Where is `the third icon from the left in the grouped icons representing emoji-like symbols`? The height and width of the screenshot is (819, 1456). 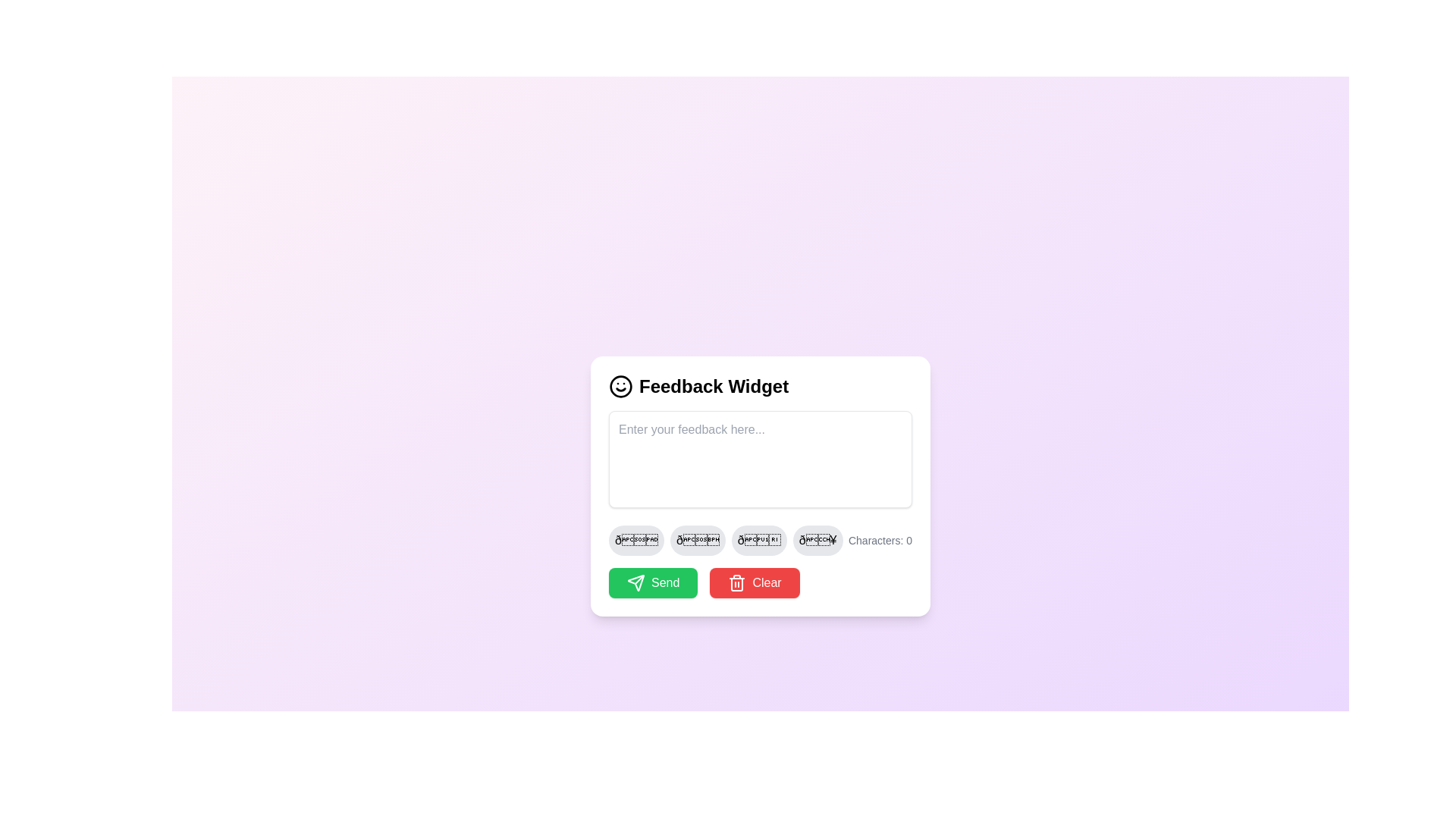
the third icon from the left in the grouped icons representing emoji-like symbols is located at coordinates (761, 539).